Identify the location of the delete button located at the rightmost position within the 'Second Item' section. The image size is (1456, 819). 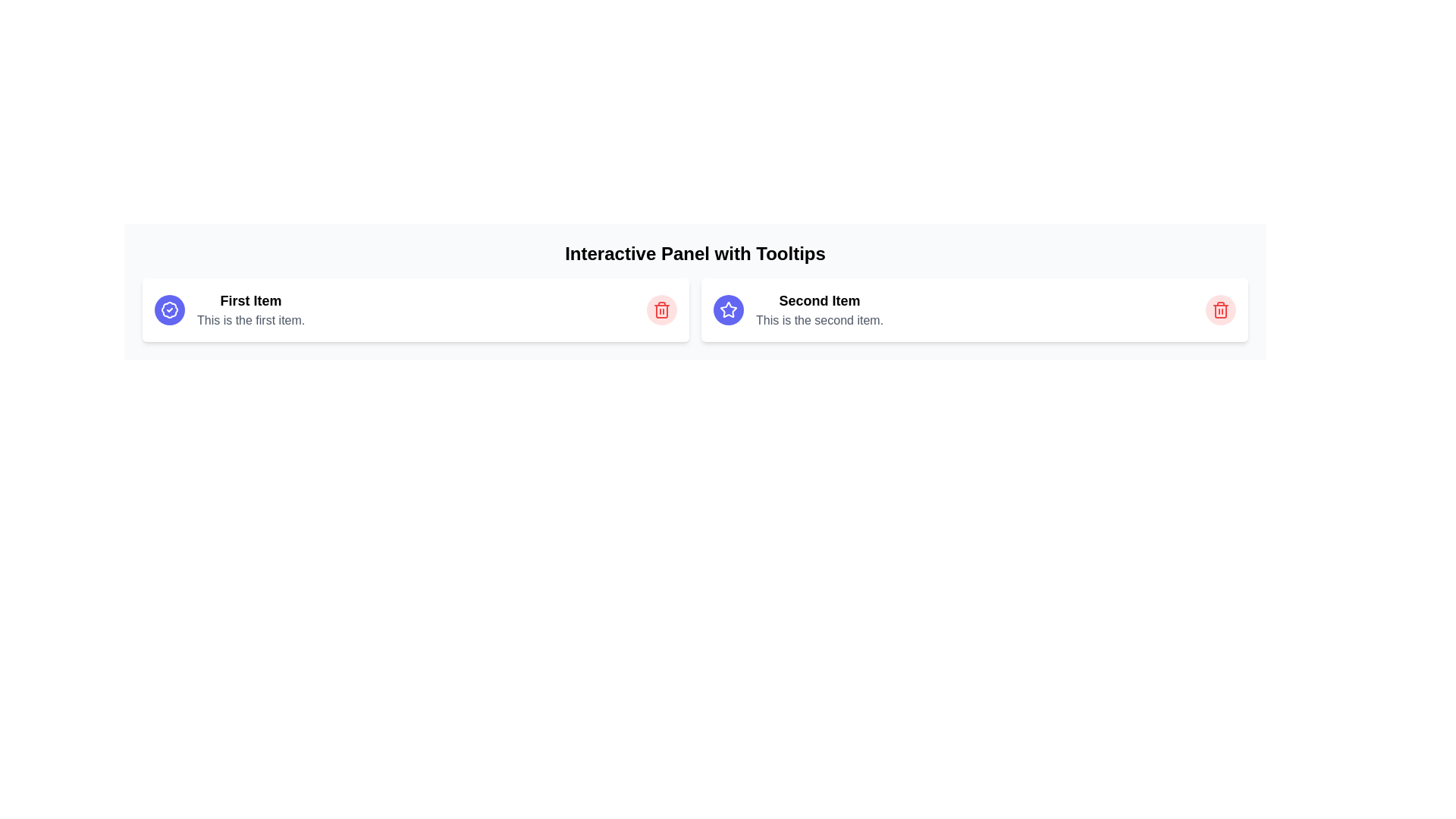
(1220, 309).